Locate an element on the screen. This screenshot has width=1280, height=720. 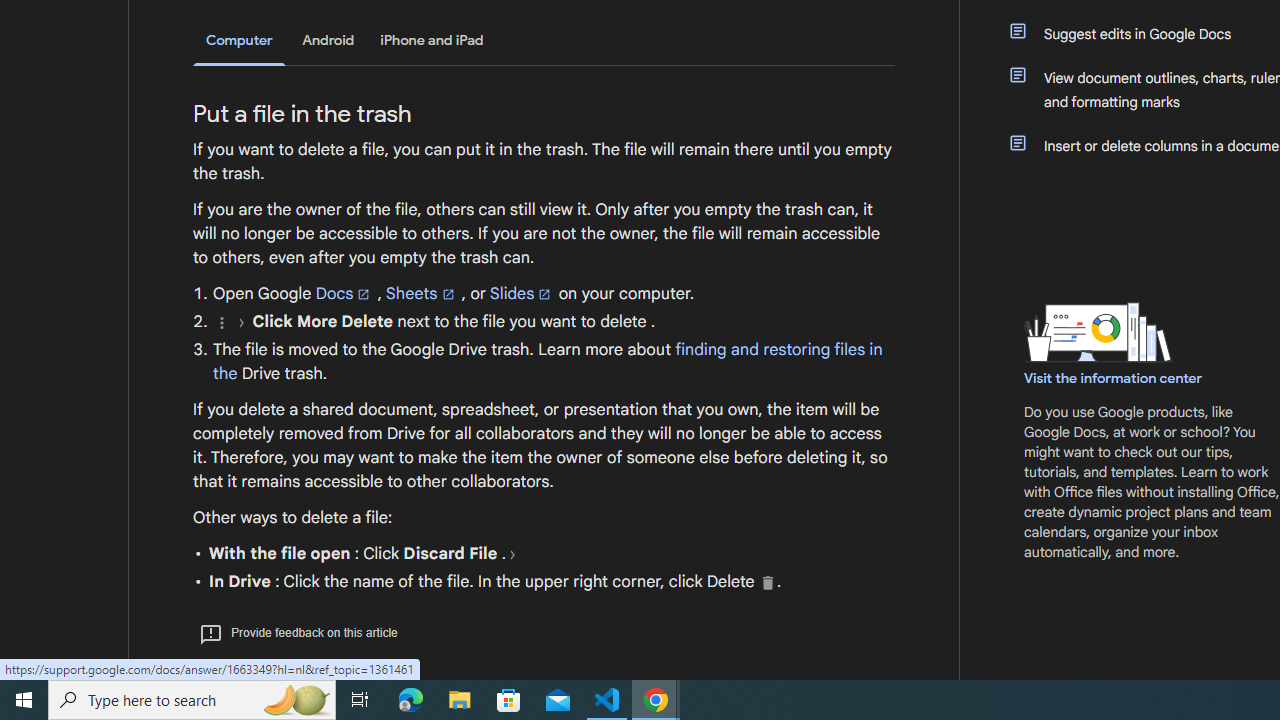
'Sheets' is located at coordinates (420, 293).